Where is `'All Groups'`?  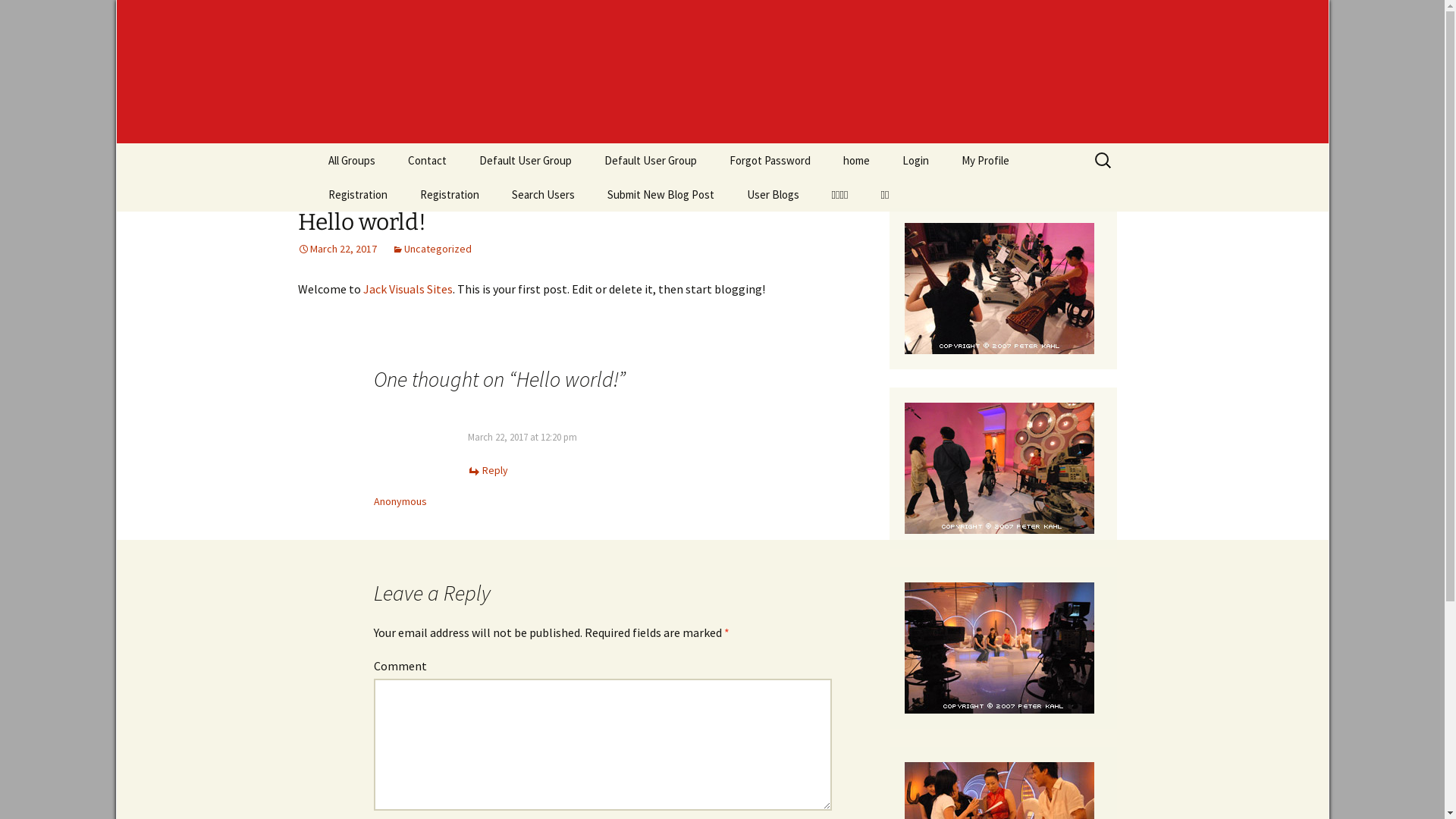 'All Groups' is located at coordinates (350, 160).